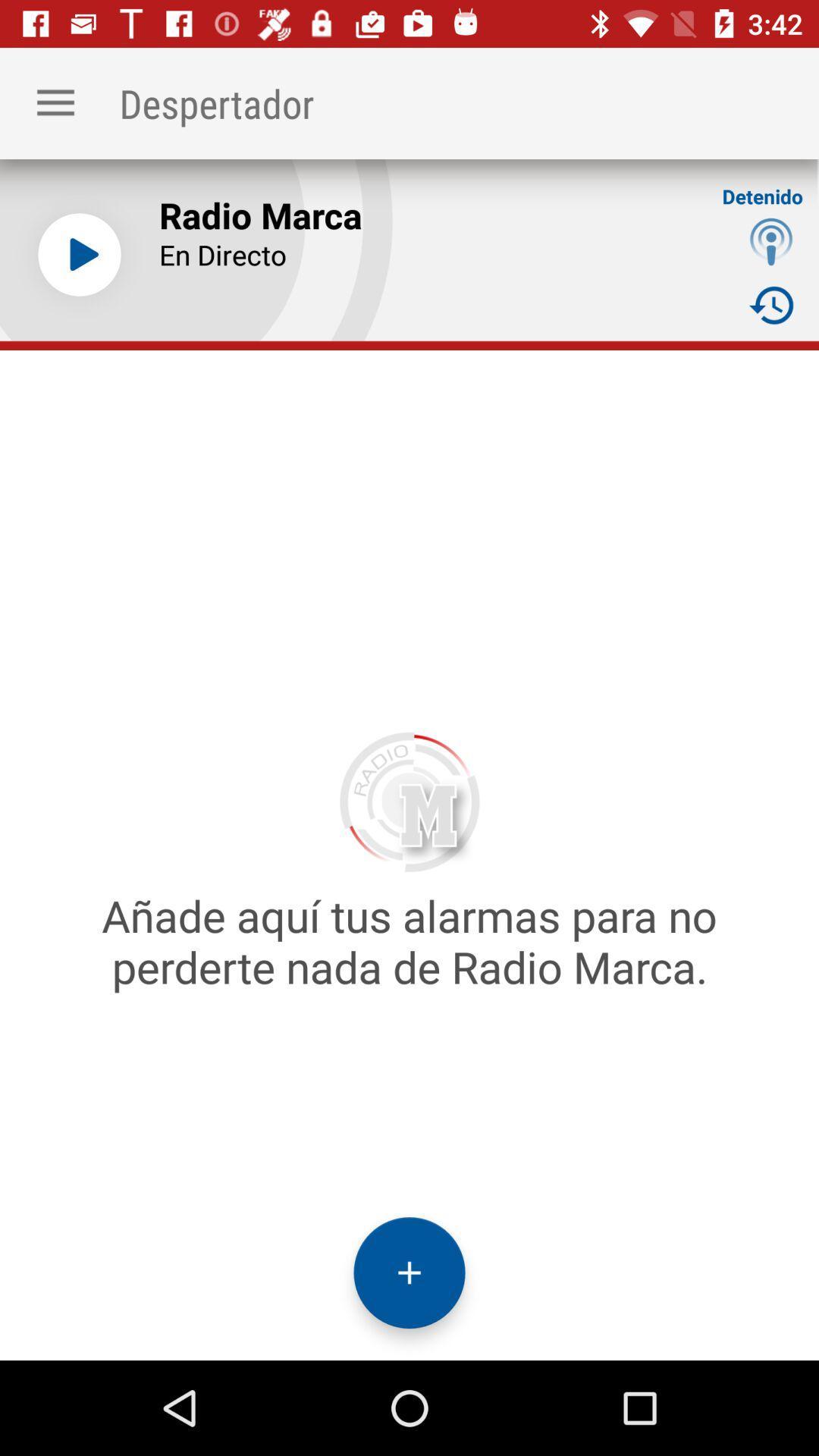  Describe the element at coordinates (771, 240) in the screenshot. I see `the info icon` at that location.